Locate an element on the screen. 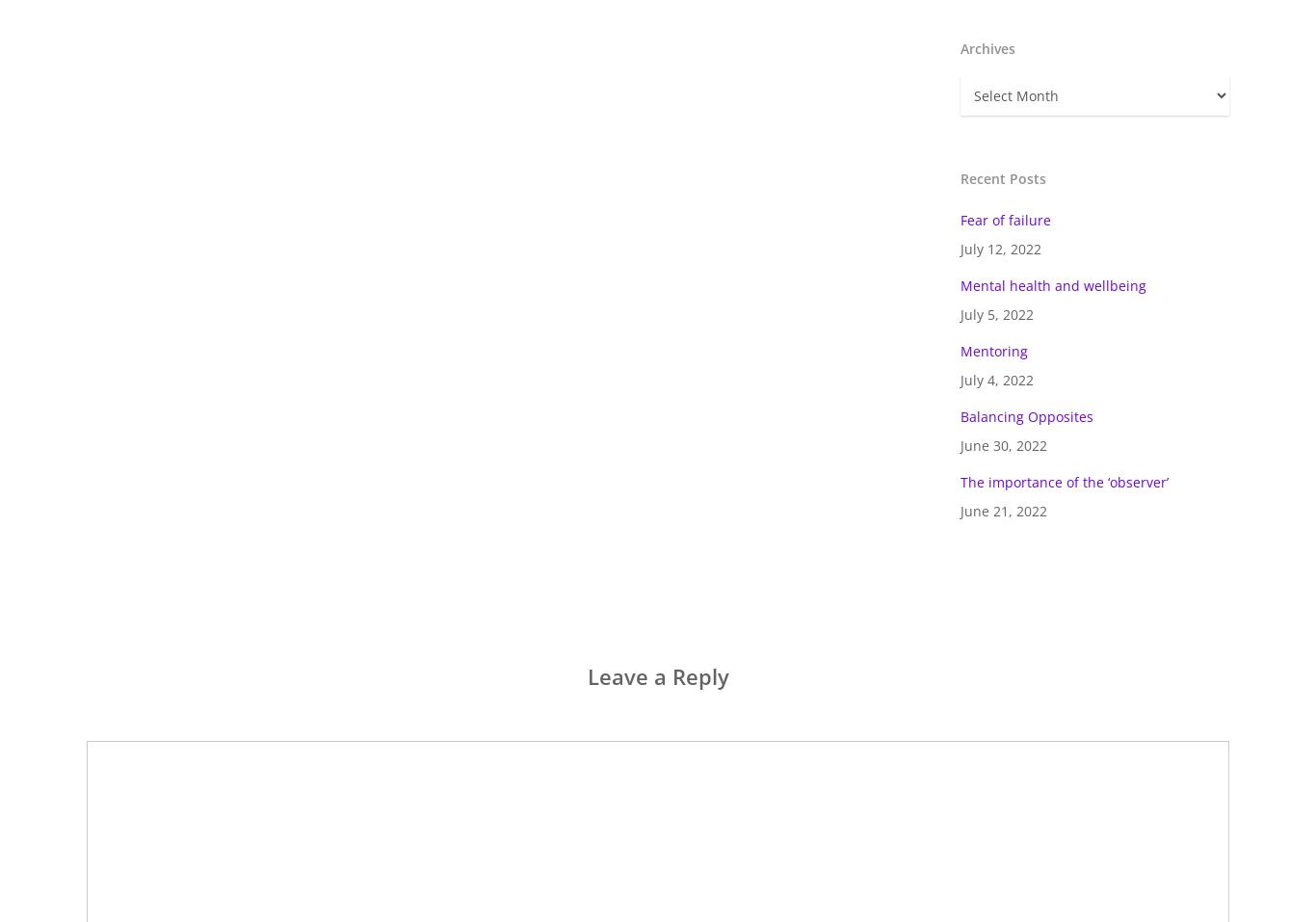  'July 12, 2022' is located at coordinates (961, 248).